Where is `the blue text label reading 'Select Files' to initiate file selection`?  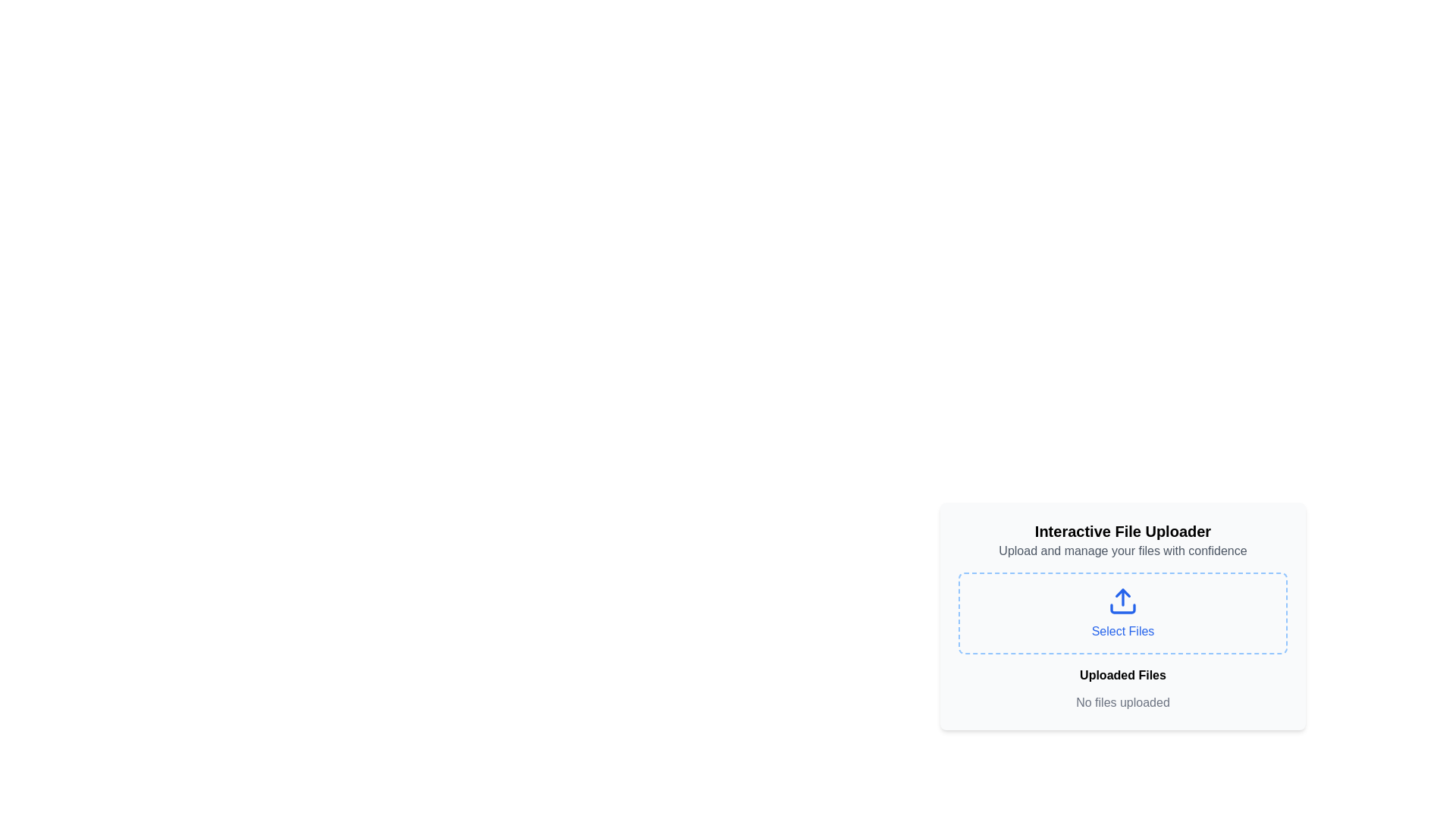
the blue text label reading 'Select Files' to initiate file selection is located at coordinates (1122, 631).